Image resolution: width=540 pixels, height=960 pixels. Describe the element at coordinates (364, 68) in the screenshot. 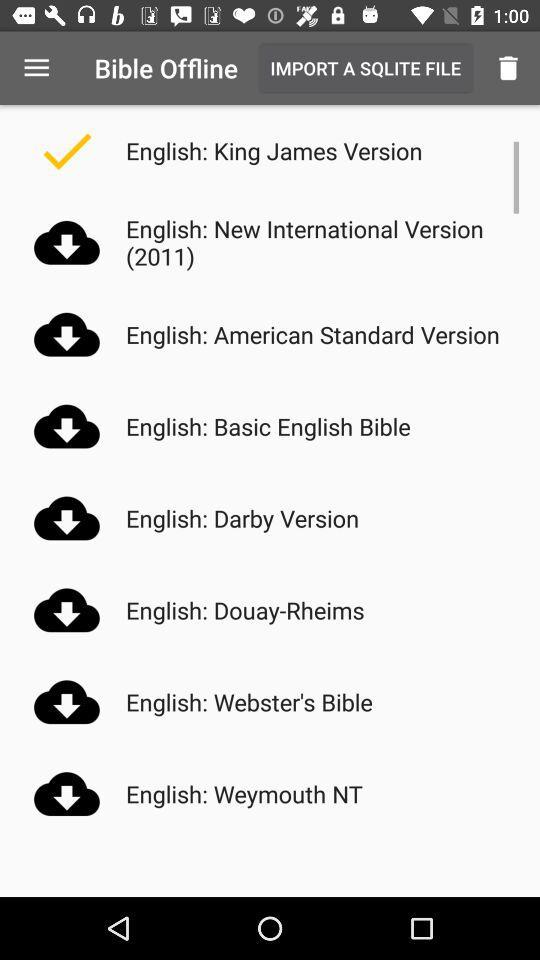

I see `icon to the right of bible offline icon` at that location.